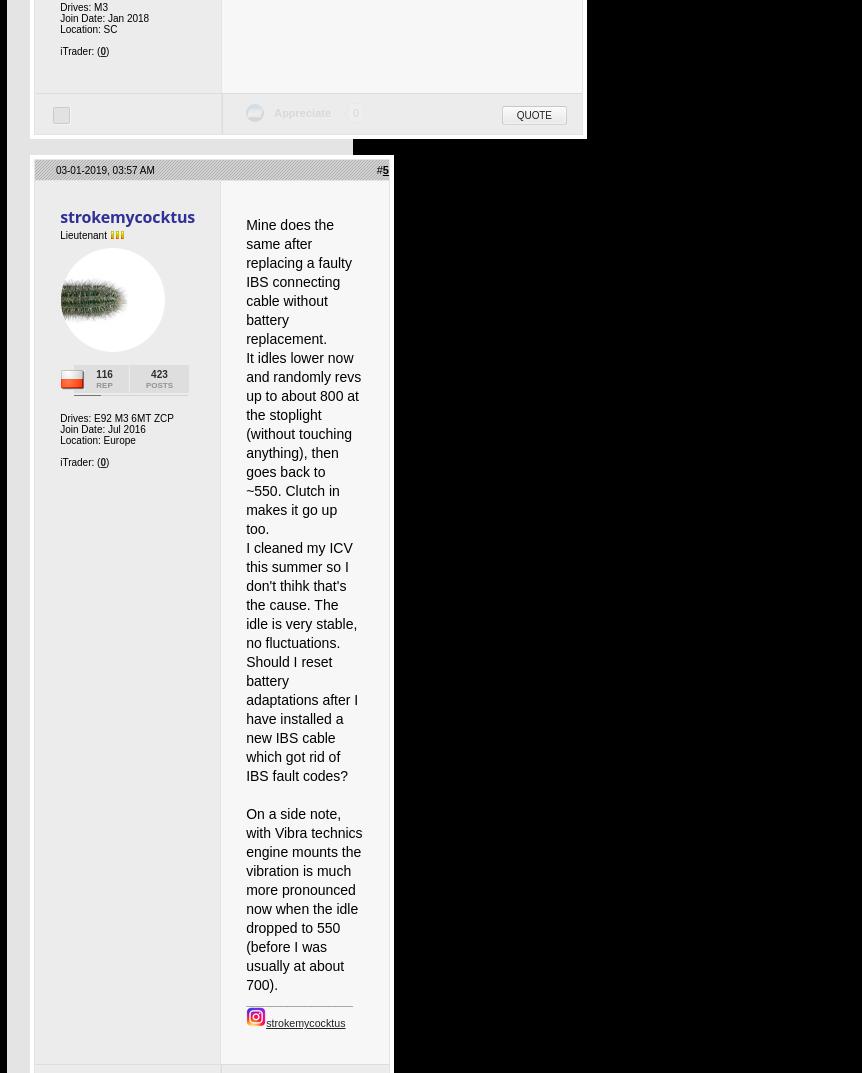 The image size is (862, 1073). What do you see at coordinates (298, 280) in the screenshot?
I see `'Mine does the same after replacing a faulty IBS connecting cable without battery replacement.'` at bounding box center [298, 280].